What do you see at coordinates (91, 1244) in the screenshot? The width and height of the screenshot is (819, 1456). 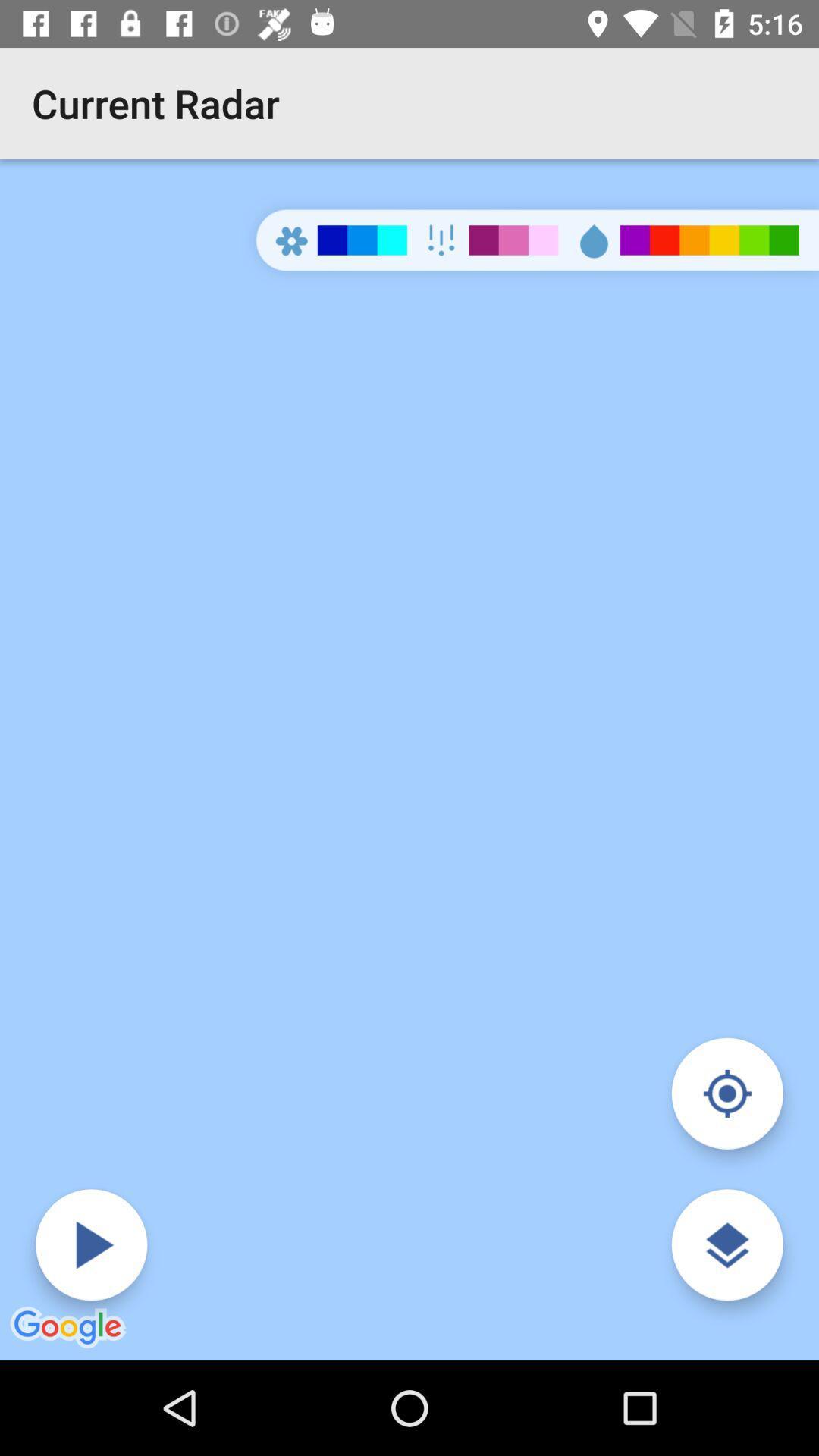 I see `the play icon` at bounding box center [91, 1244].